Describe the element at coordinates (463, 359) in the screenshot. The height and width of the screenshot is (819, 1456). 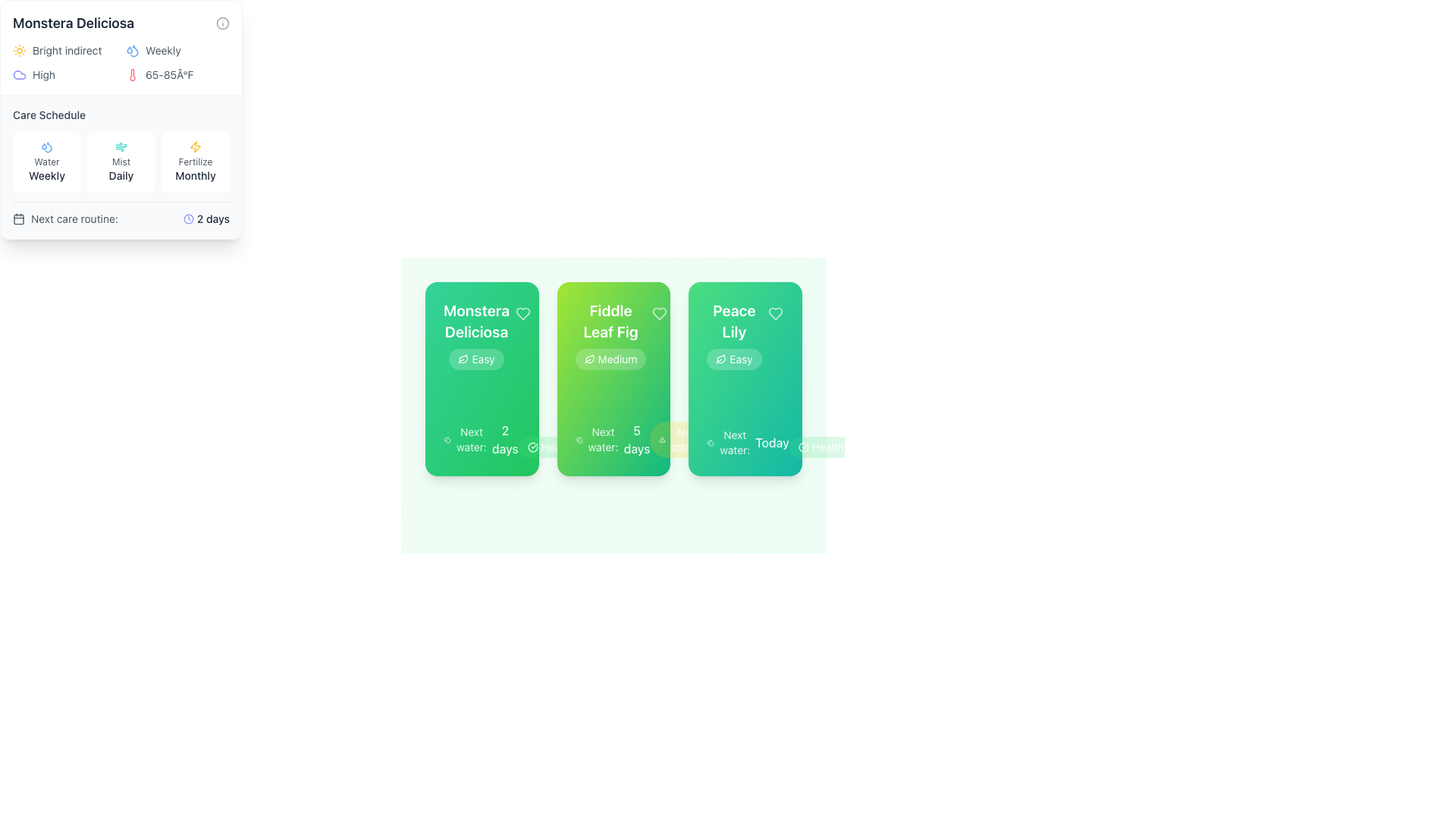
I see `the leaf icon styled as an SVG graphic, which is located within a small label to the left of the text 'Easy' on the card for 'Monstera Deliciosa'` at that location.